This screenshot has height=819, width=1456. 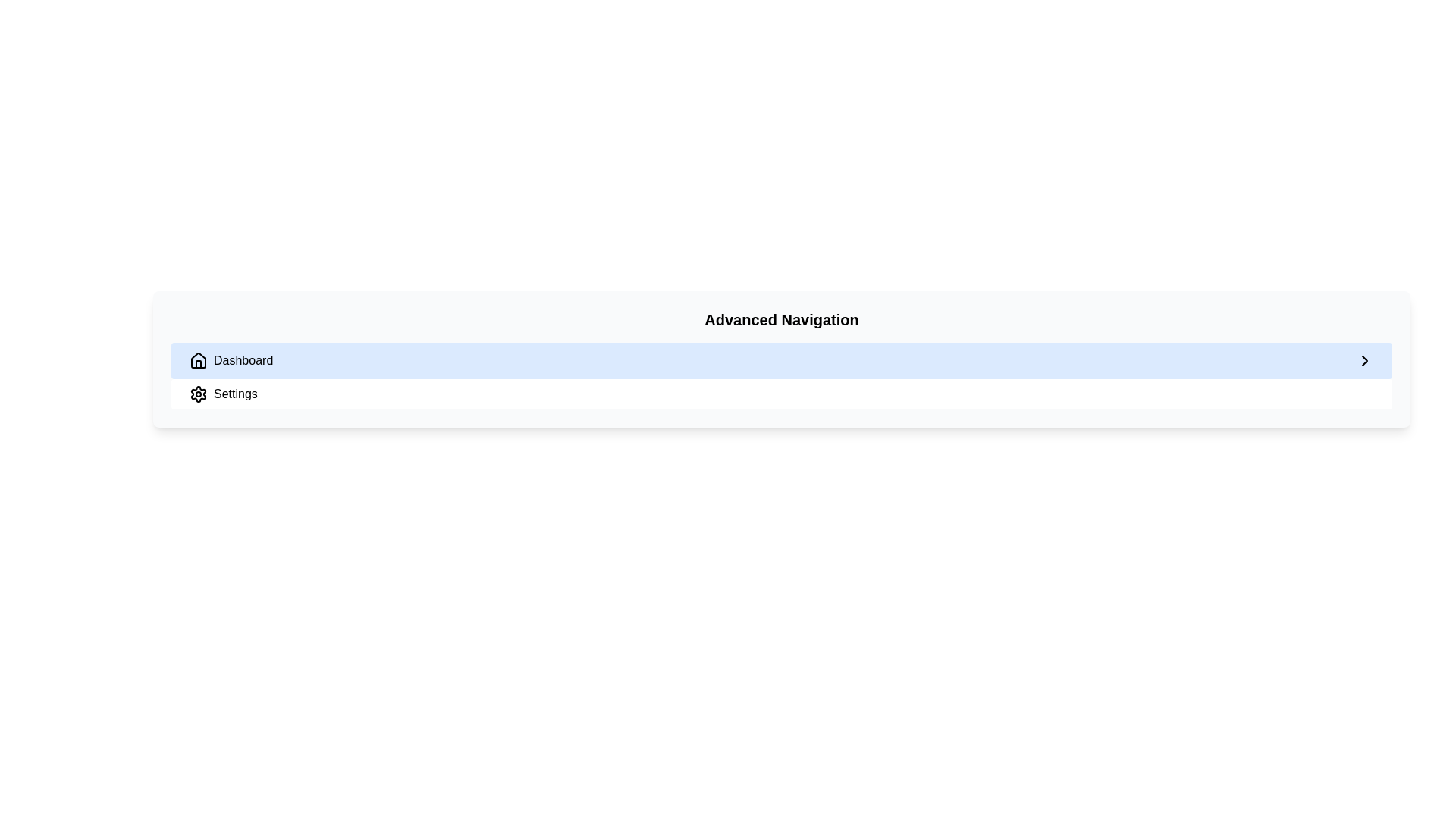 I want to click on the house icon located to the left of the 'Dashboard' label in the navigation list, so click(x=198, y=359).